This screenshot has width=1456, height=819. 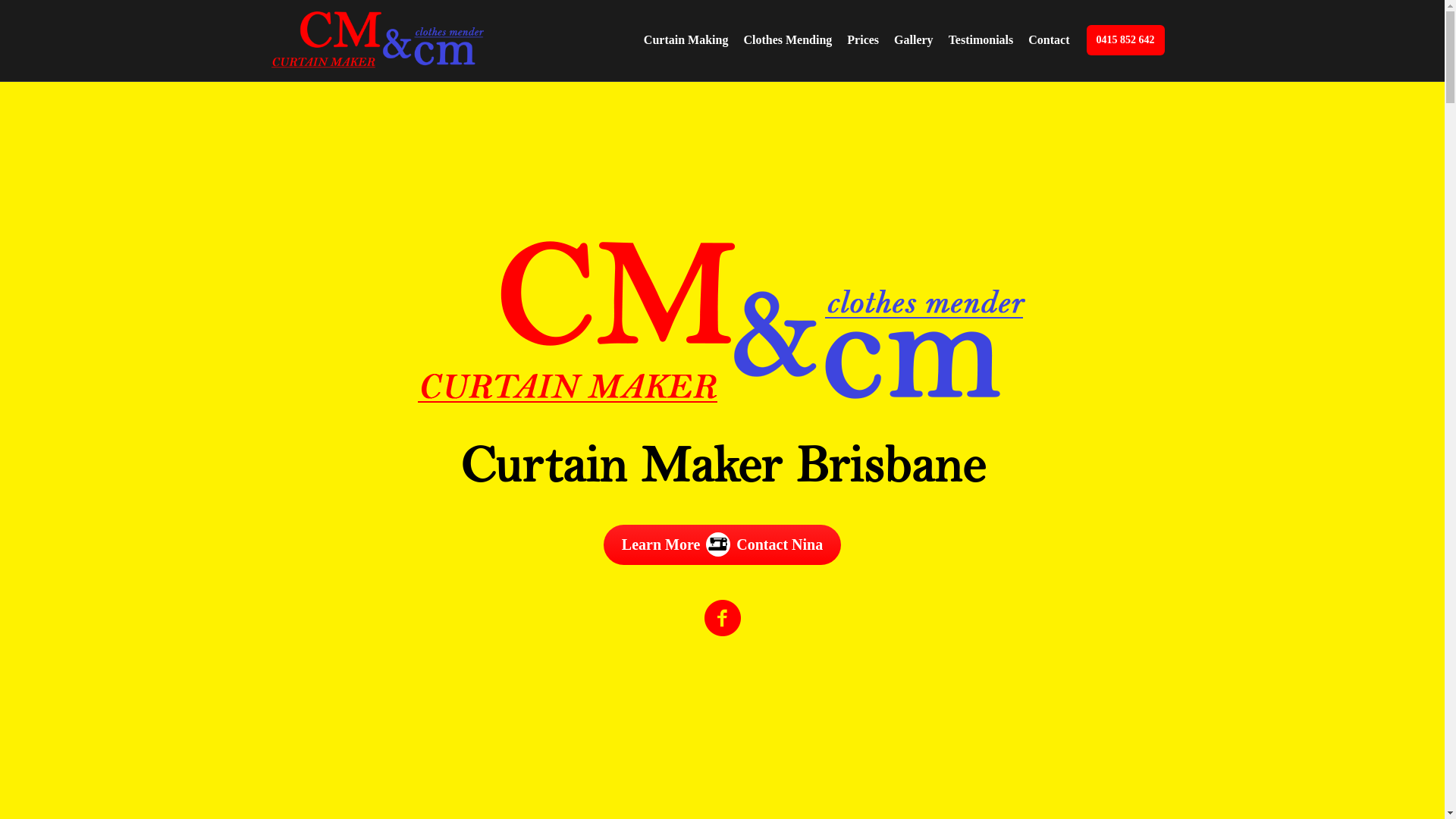 What do you see at coordinates (1047, 39) in the screenshot?
I see `'Contact'` at bounding box center [1047, 39].